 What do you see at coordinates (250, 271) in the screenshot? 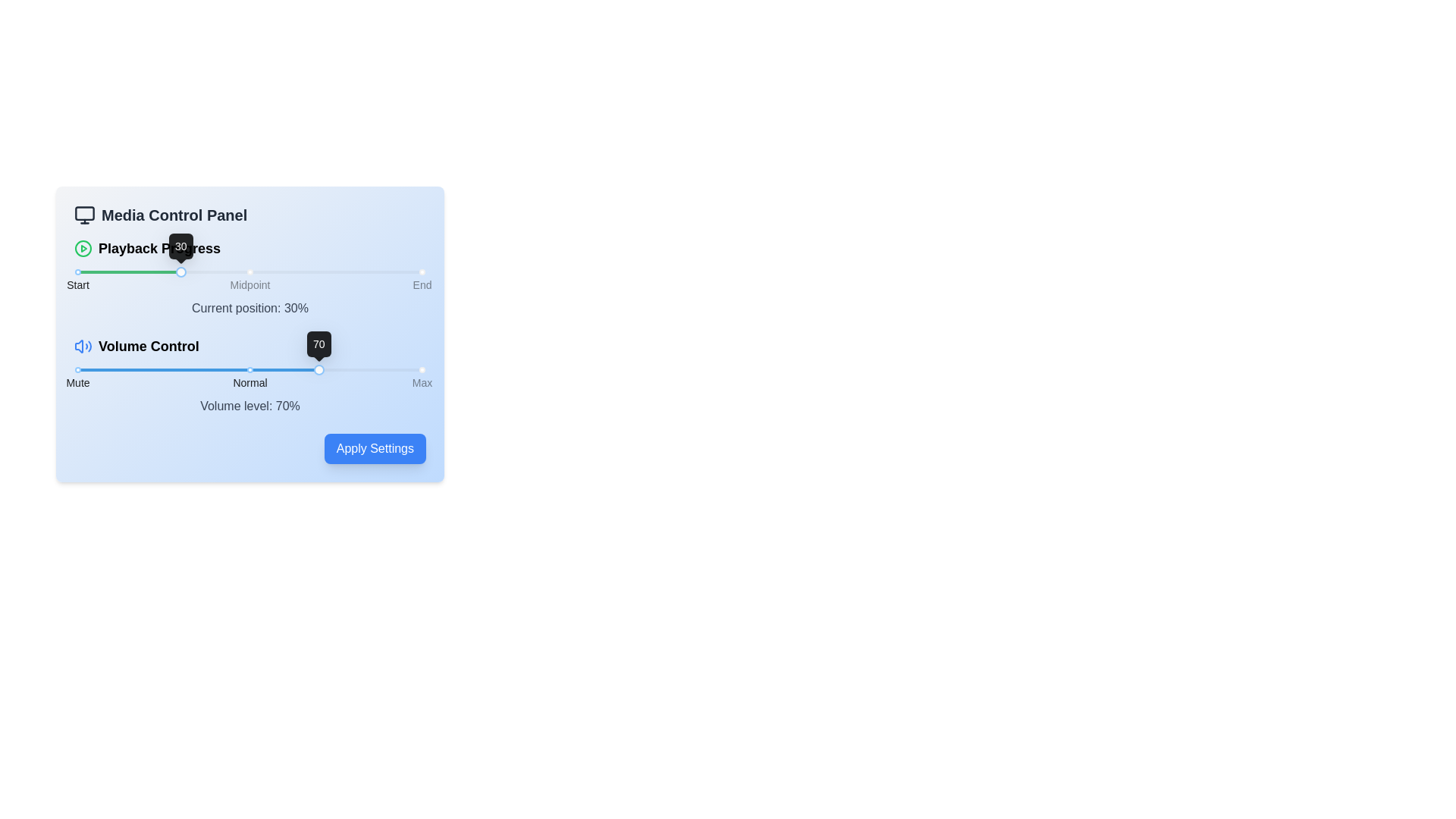
I see `playback progress` at bounding box center [250, 271].